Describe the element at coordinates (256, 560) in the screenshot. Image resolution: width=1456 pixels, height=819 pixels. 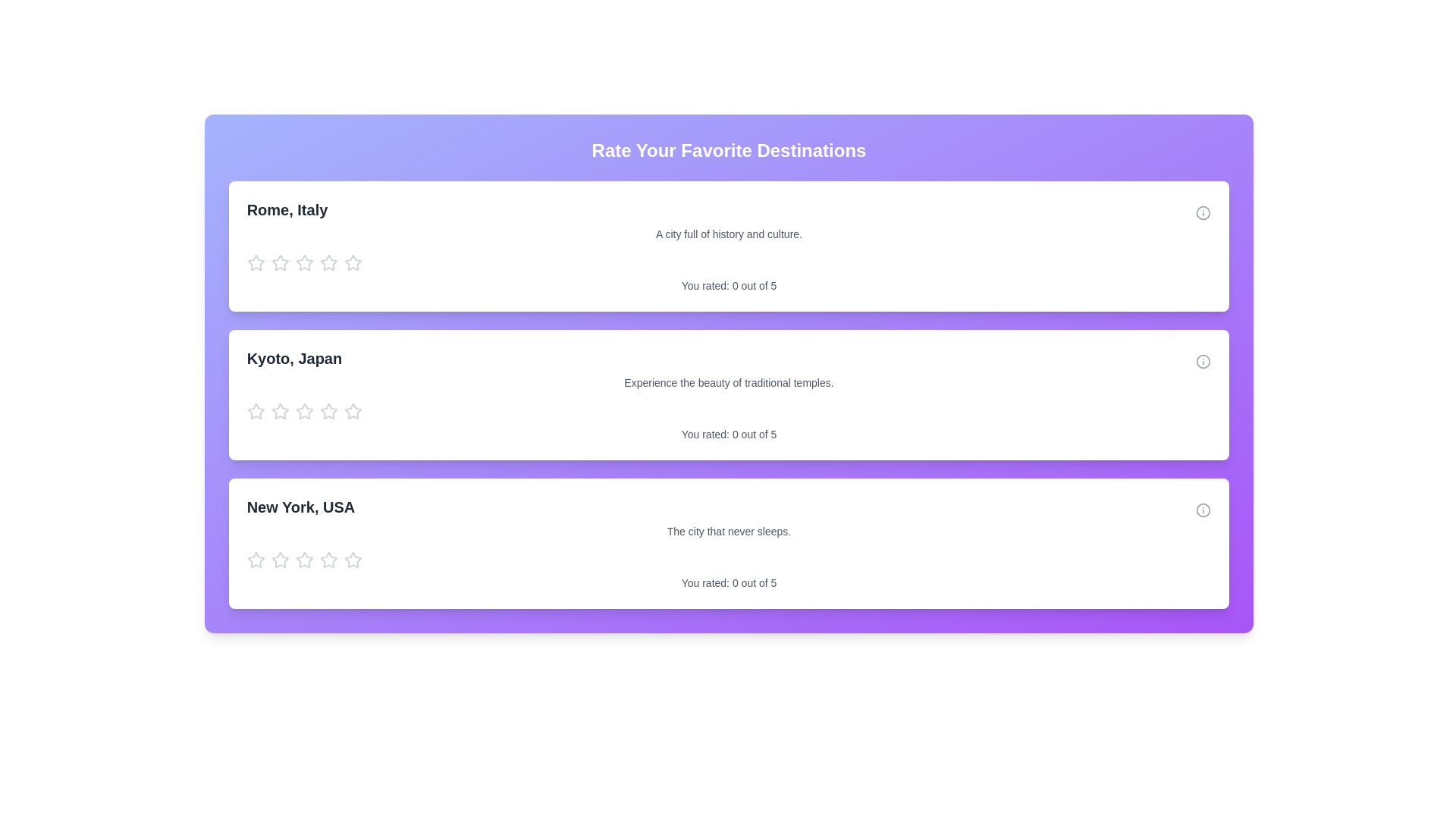
I see `the first star in the star rating selector located beneath the 'New York, USA' title to rate one out of five` at that location.